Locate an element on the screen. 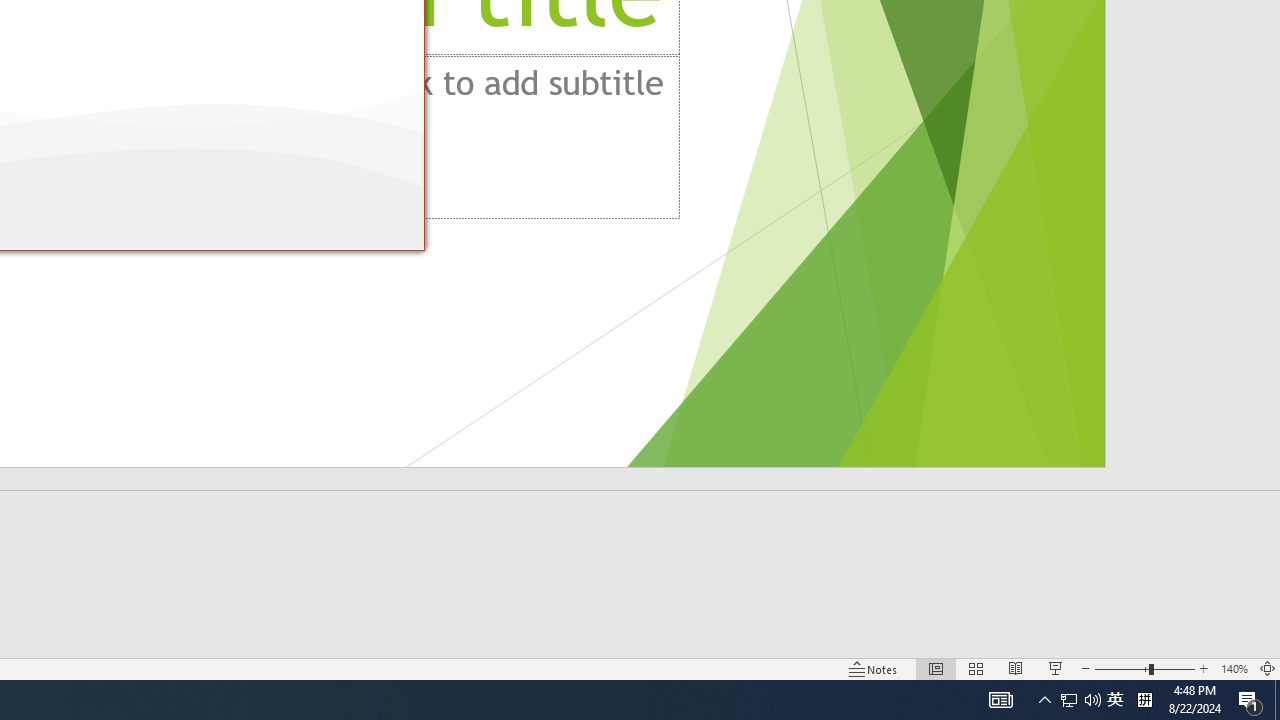 The image size is (1280, 720). 'Zoom 140%' is located at coordinates (1233, 669).